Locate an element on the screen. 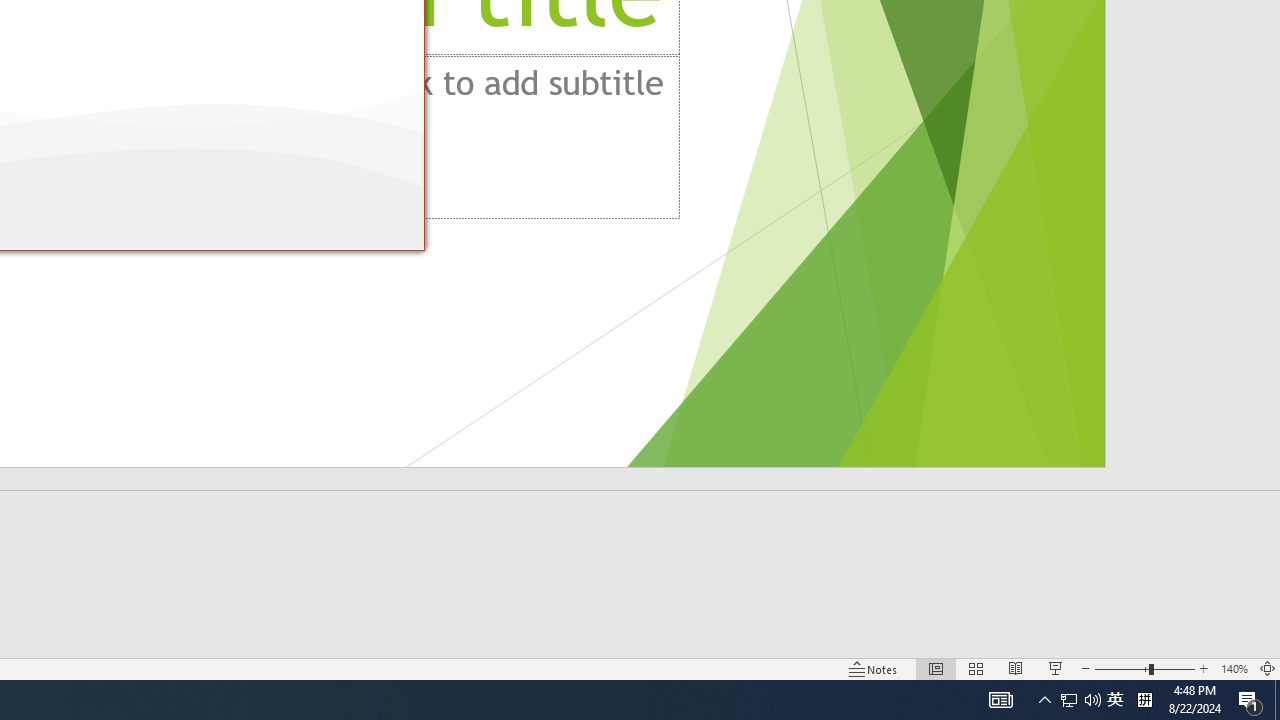 The image size is (1280, 720). 'Zoom 140%' is located at coordinates (1233, 669).